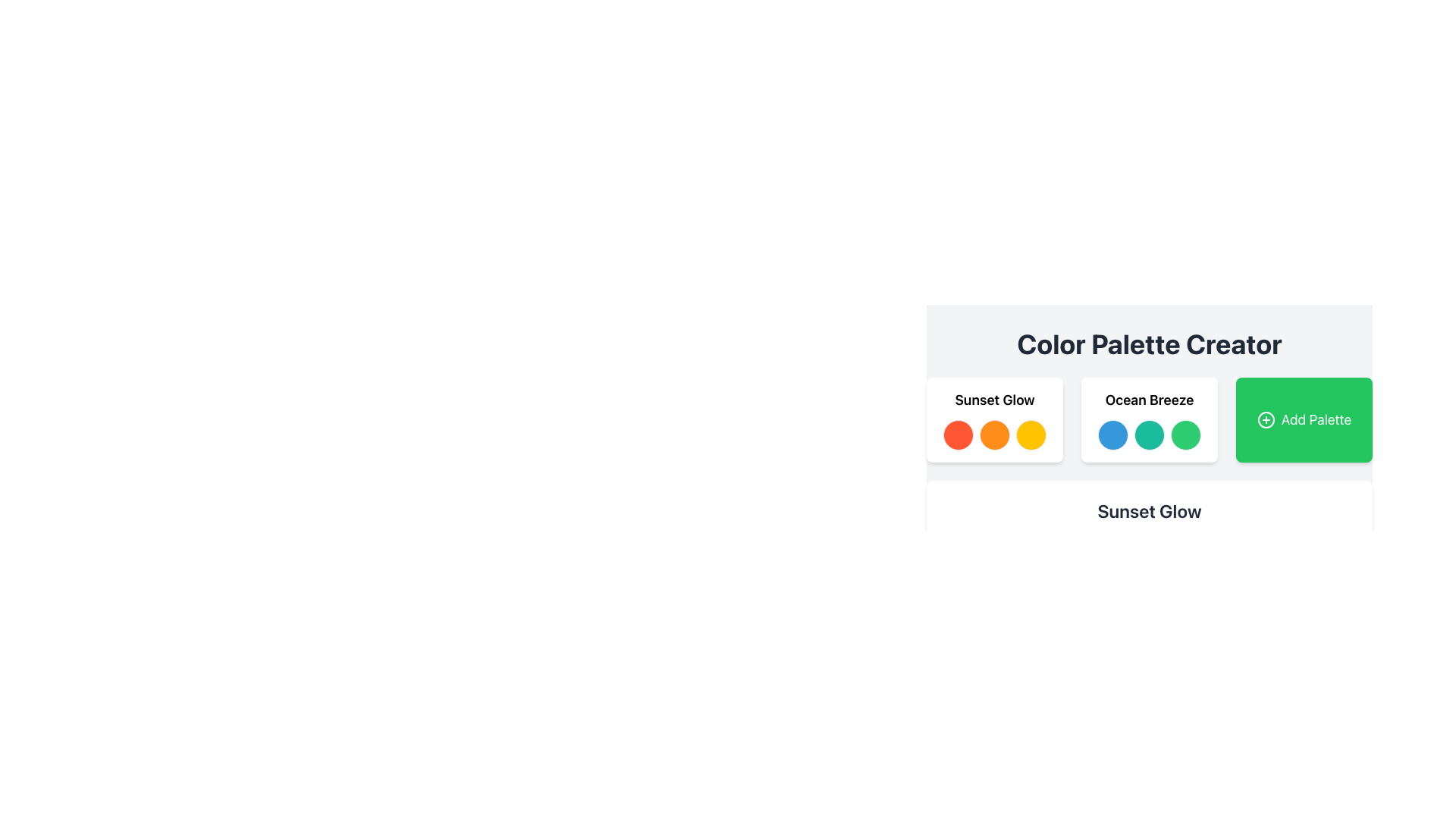 The height and width of the screenshot is (819, 1456). Describe the element at coordinates (1266, 420) in the screenshot. I see `the small icon with a plus sign enclosed within a circle, located within the green 'Add Palette' button on the right side of the color palette options row` at that location.